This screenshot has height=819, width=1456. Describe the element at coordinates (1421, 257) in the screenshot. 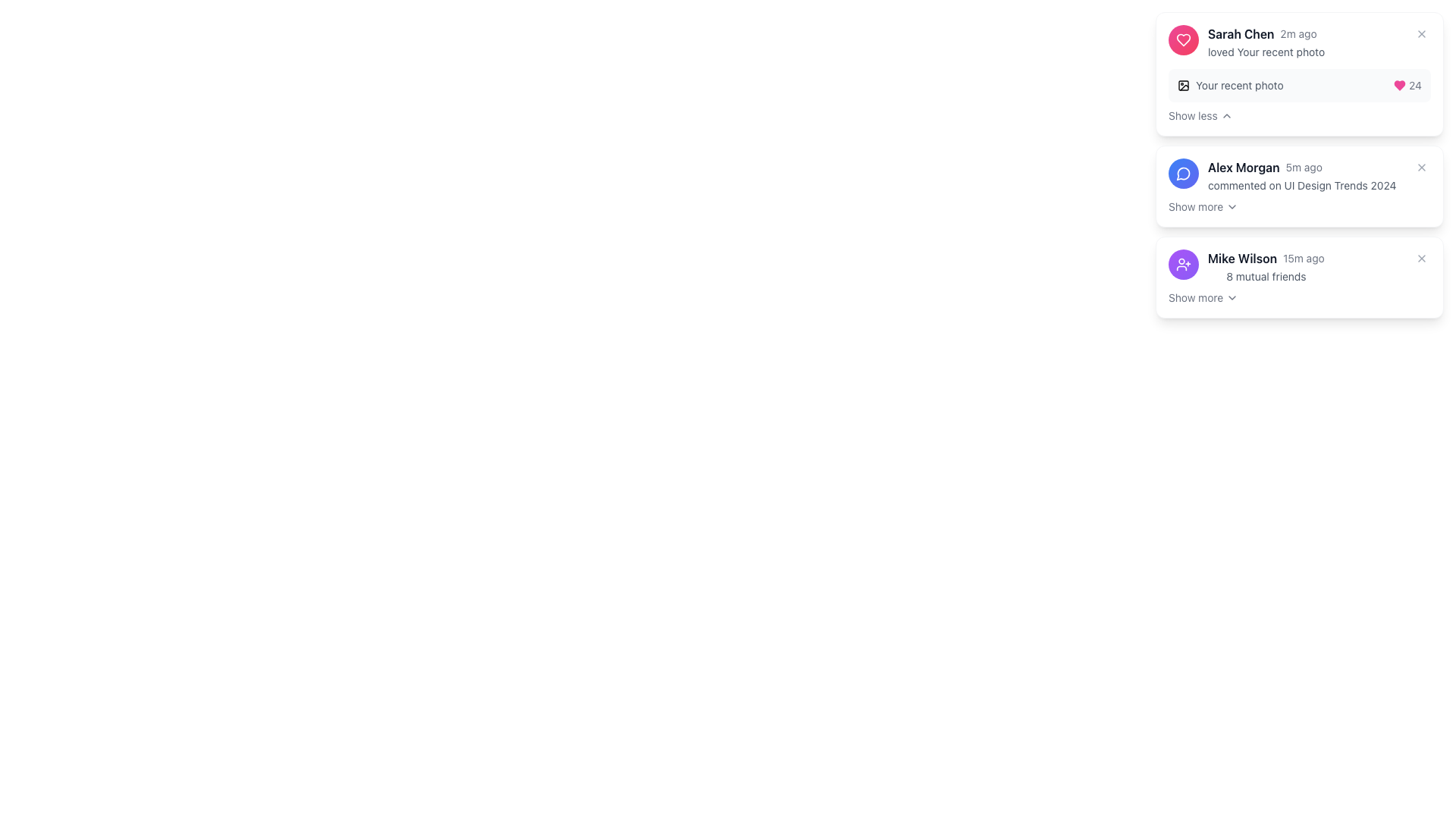

I see `the close button icon in the top-right corner of the notification card related to 'Mike Wilson'` at that location.